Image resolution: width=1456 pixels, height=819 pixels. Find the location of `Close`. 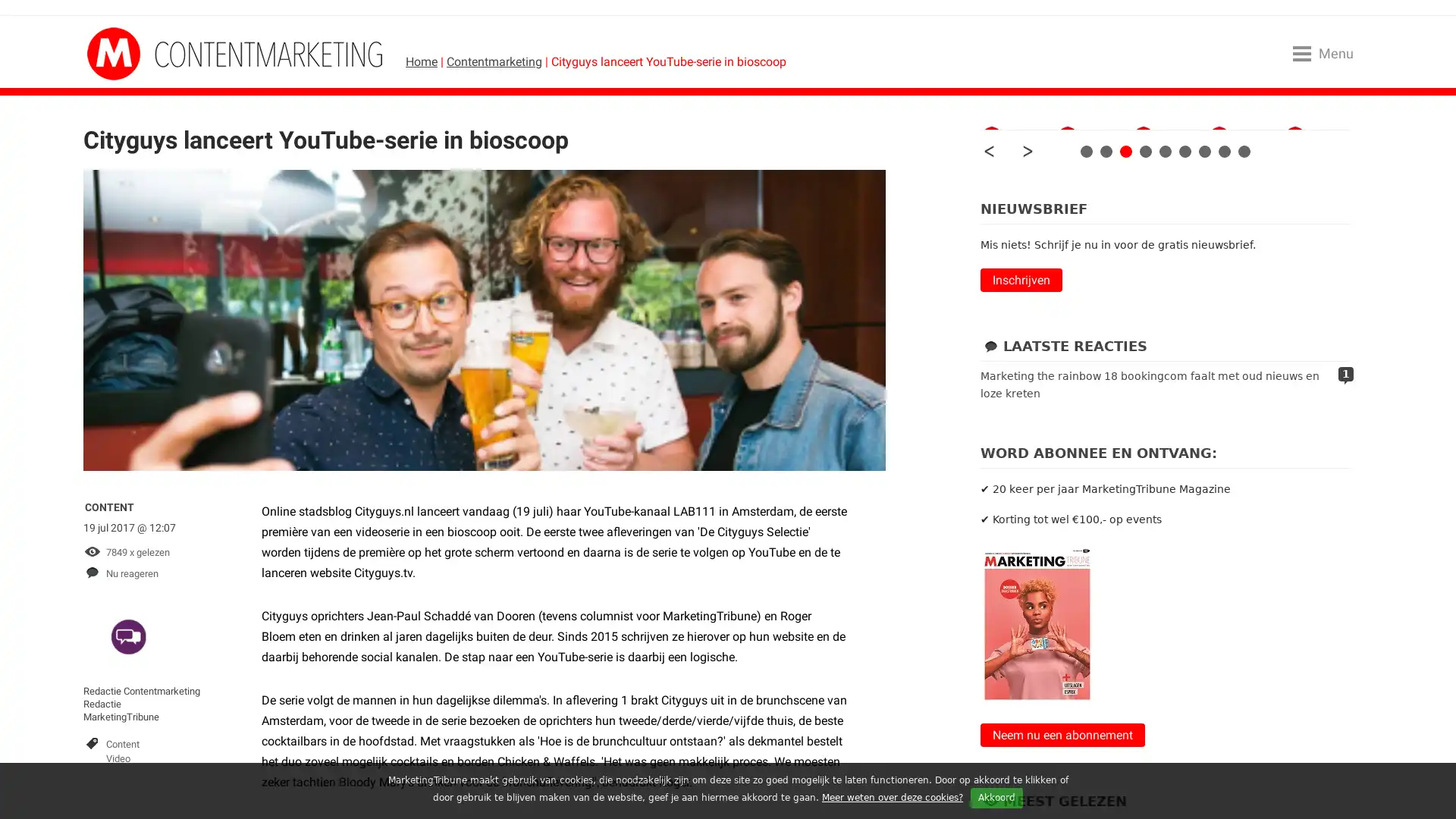

Close is located at coordinates (1440, 526).